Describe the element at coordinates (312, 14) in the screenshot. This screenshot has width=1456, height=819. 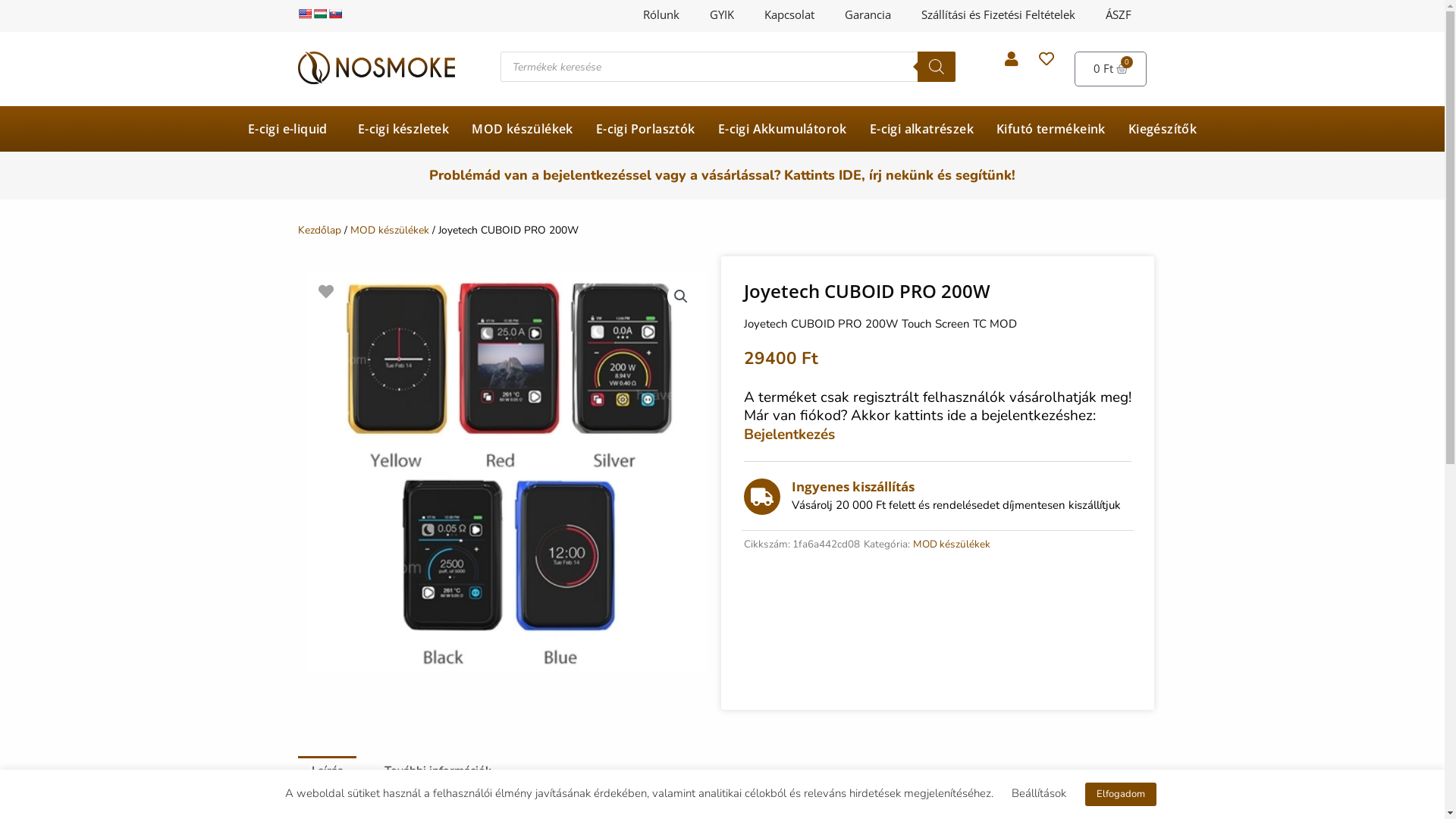
I see `'Hungarian'` at that location.